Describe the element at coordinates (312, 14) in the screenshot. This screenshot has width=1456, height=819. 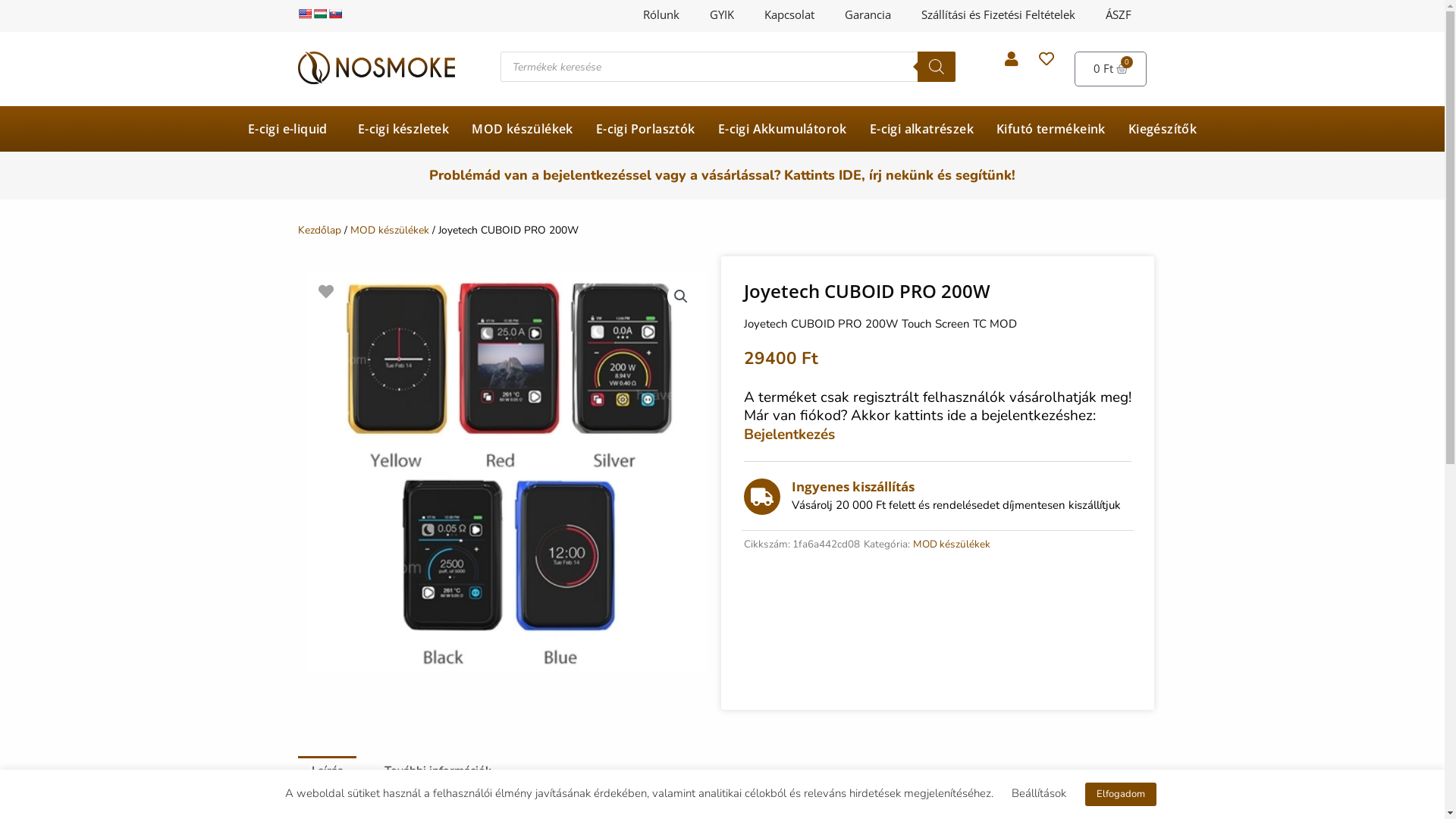
I see `'Hungarian'` at that location.